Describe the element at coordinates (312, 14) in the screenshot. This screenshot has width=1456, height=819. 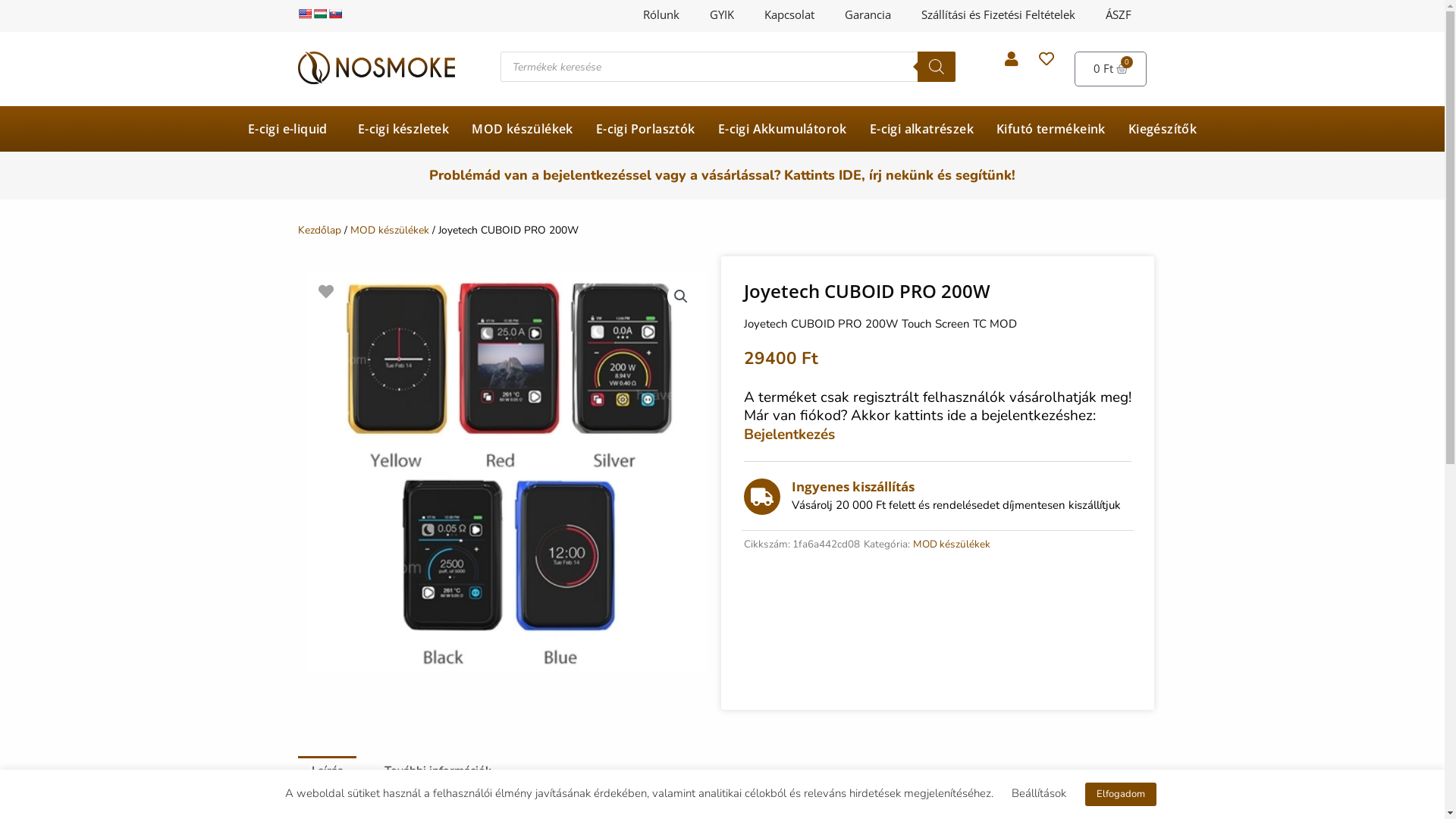
I see `'Hungarian'` at that location.